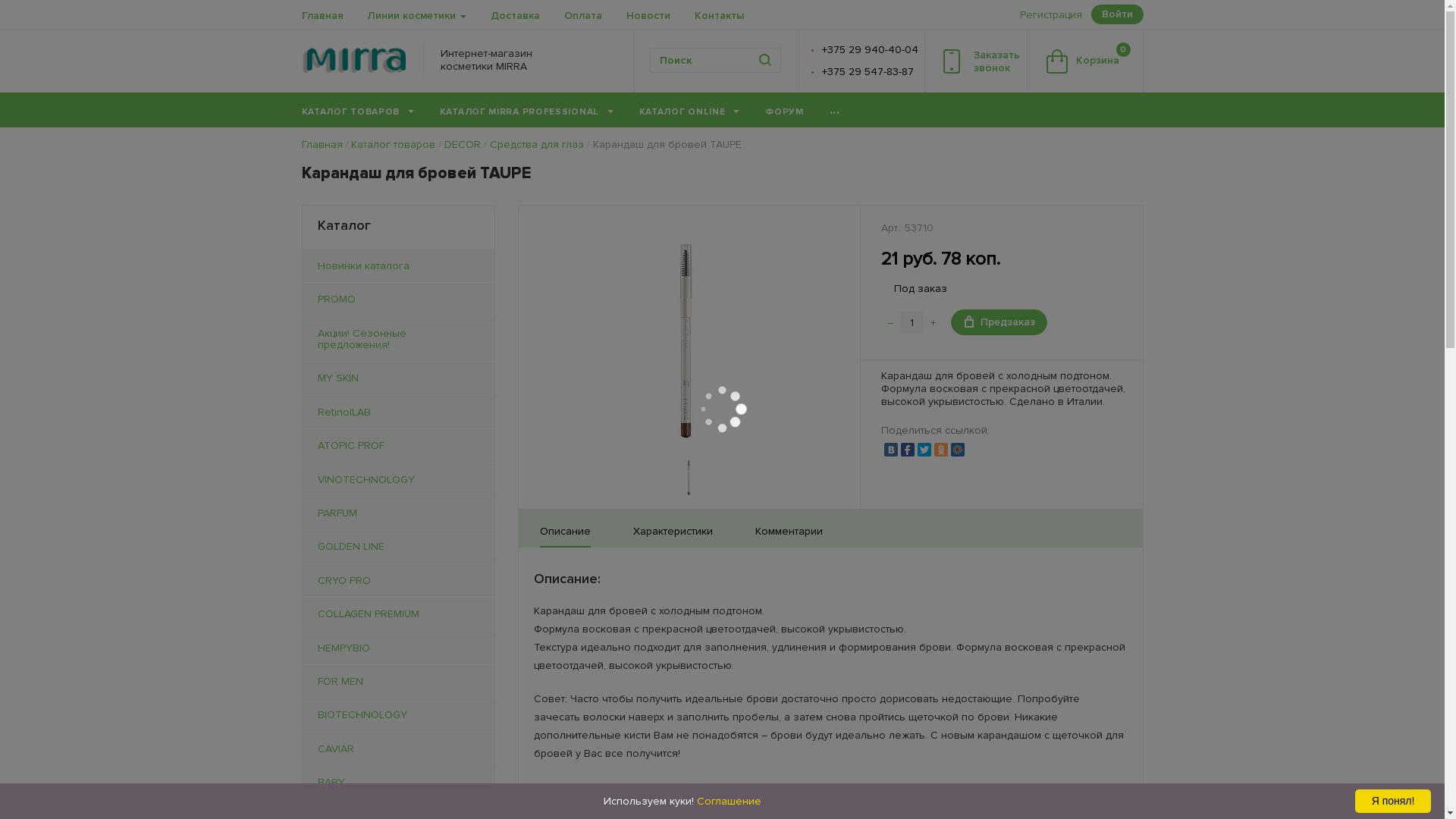 The height and width of the screenshot is (819, 1456). Describe the element at coordinates (833, 109) in the screenshot. I see `'...'` at that location.